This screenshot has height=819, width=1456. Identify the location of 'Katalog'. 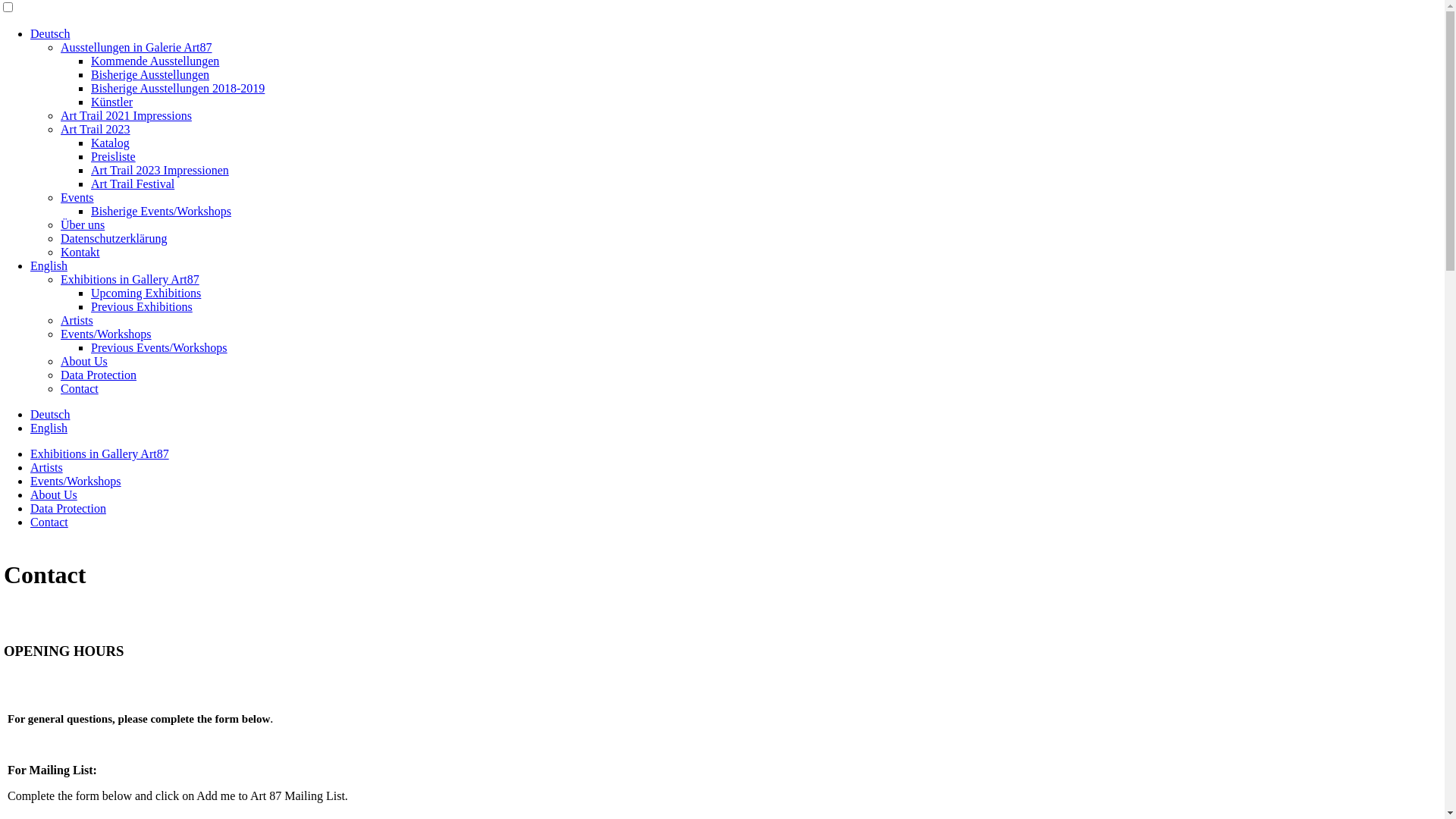
(109, 143).